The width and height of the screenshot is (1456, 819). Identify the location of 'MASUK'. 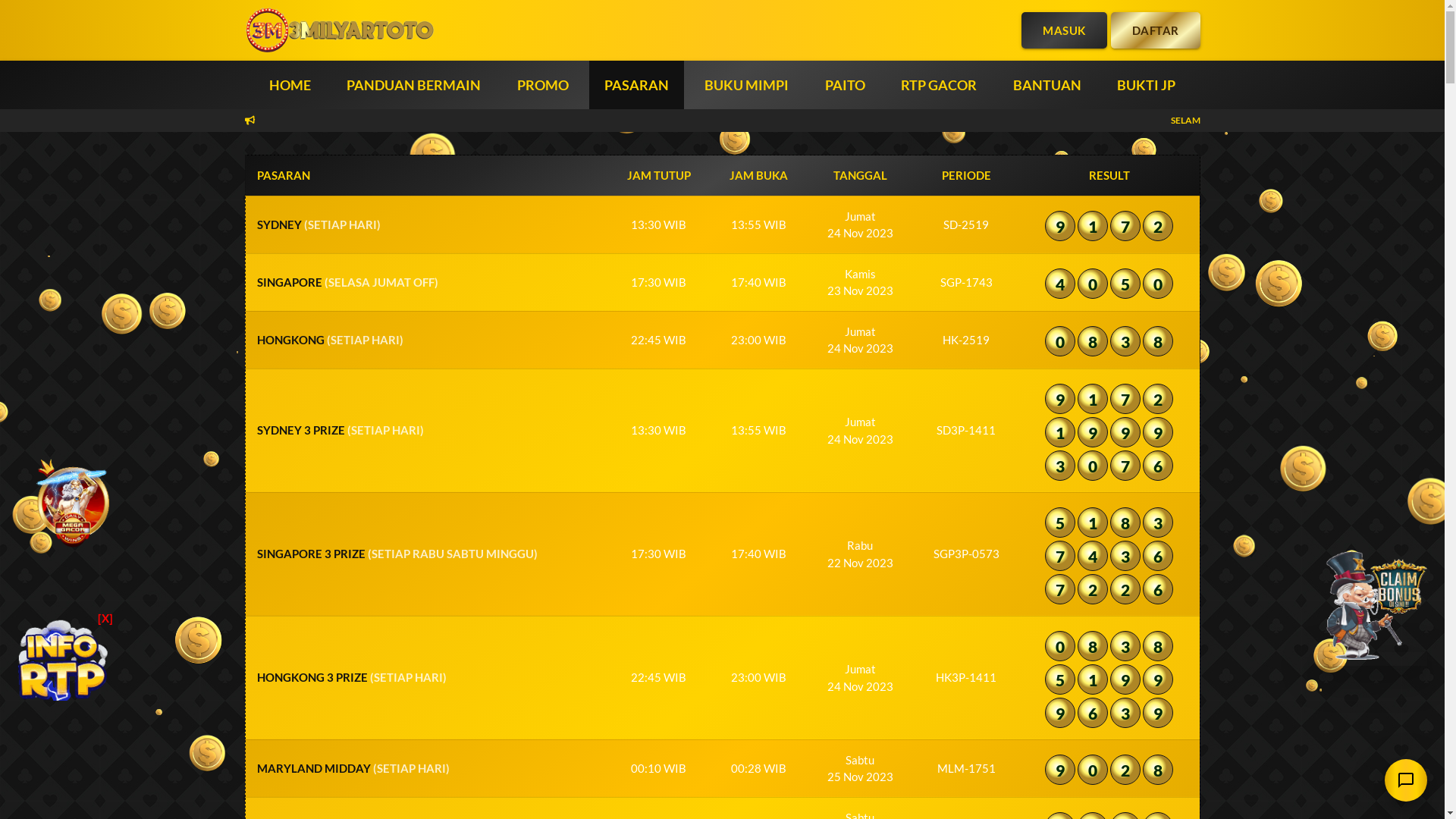
(1063, 30).